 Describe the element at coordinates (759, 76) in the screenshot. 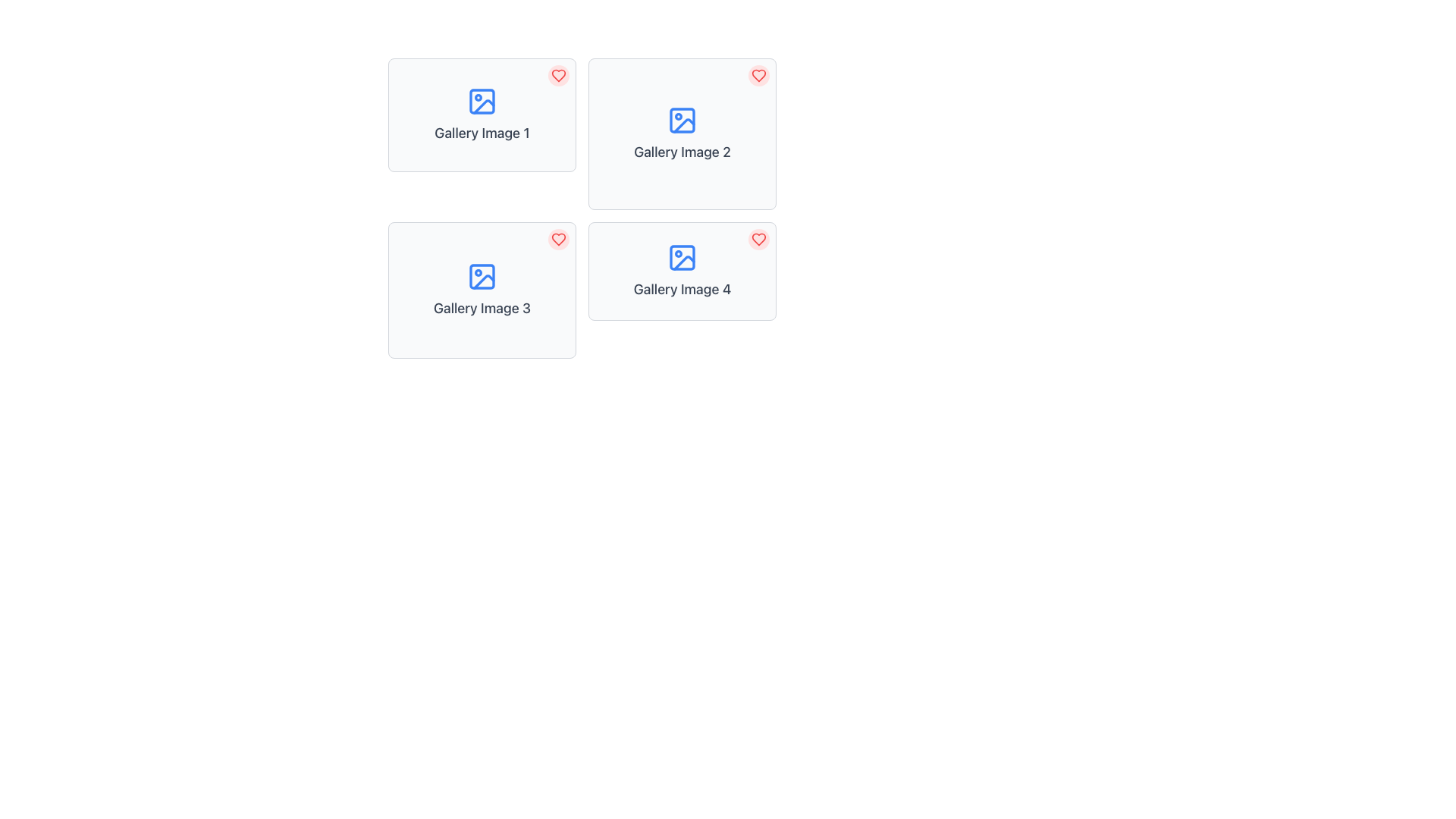

I see `the circular button with a light red background and a heart icon located at the upper-right corner of the 'Gallery Image 2' card` at that location.